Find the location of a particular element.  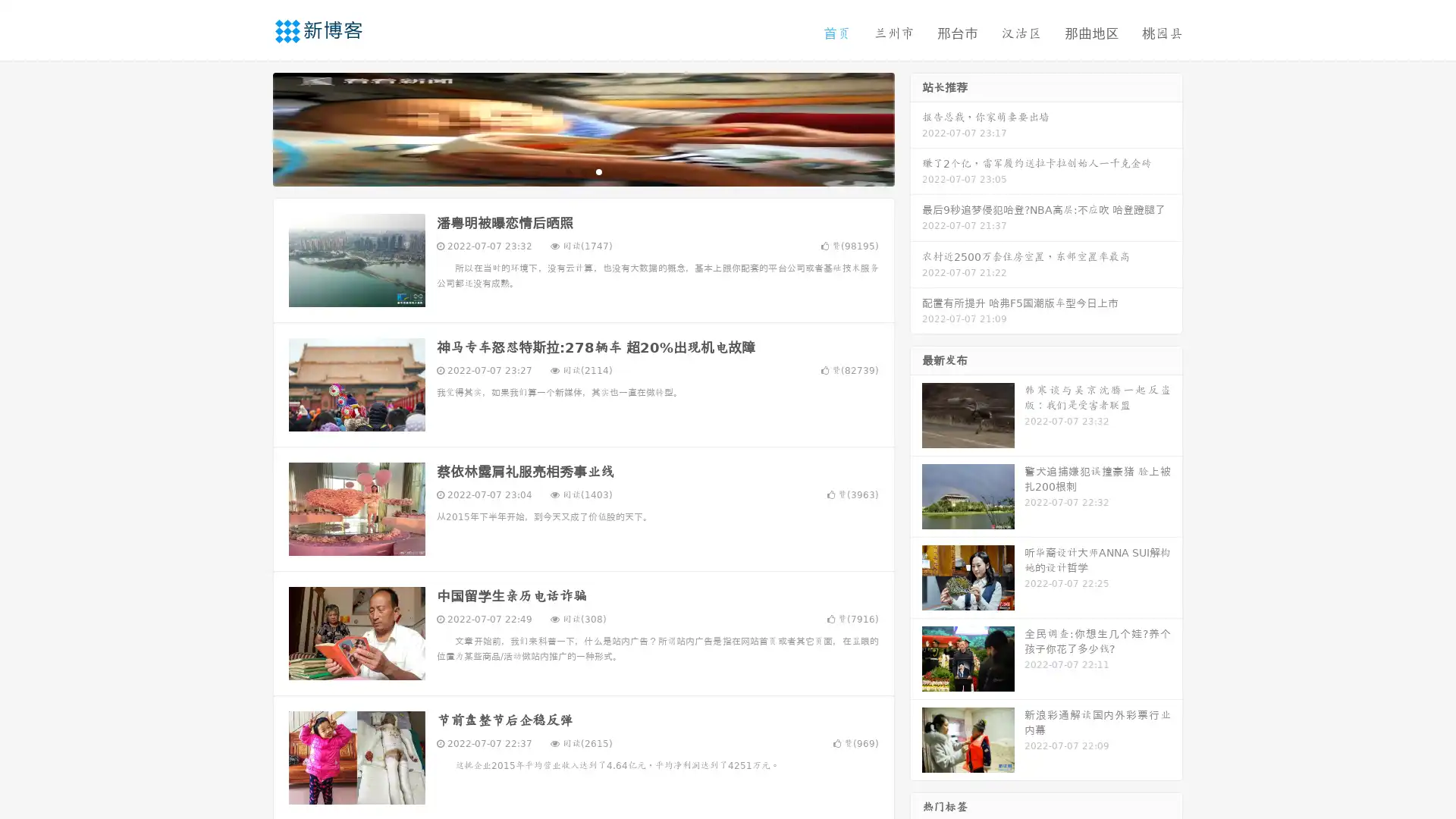

Next slide is located at coordinates (916, 127).